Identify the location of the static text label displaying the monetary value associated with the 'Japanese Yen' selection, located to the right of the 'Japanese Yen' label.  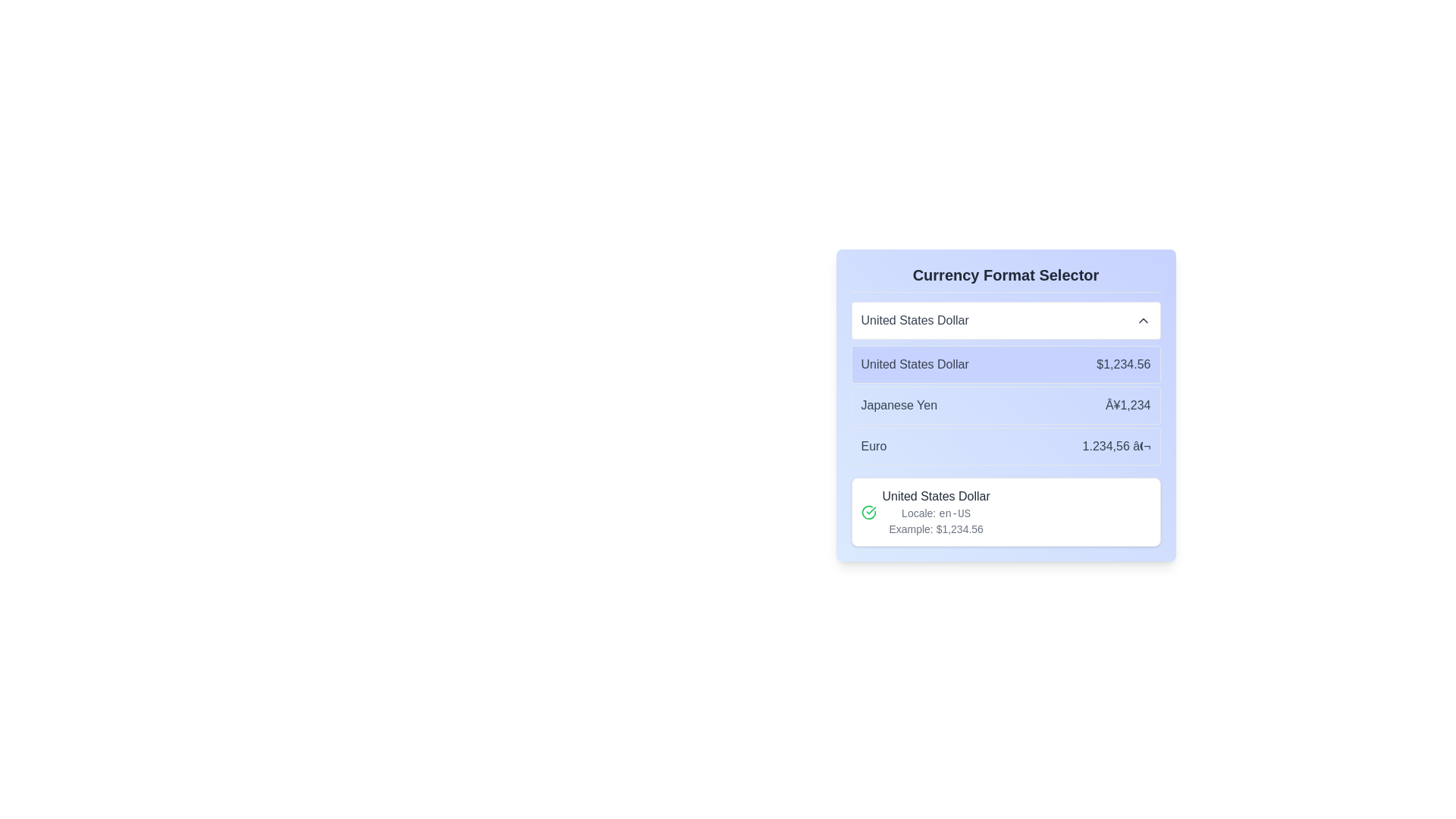
(1128, 405).